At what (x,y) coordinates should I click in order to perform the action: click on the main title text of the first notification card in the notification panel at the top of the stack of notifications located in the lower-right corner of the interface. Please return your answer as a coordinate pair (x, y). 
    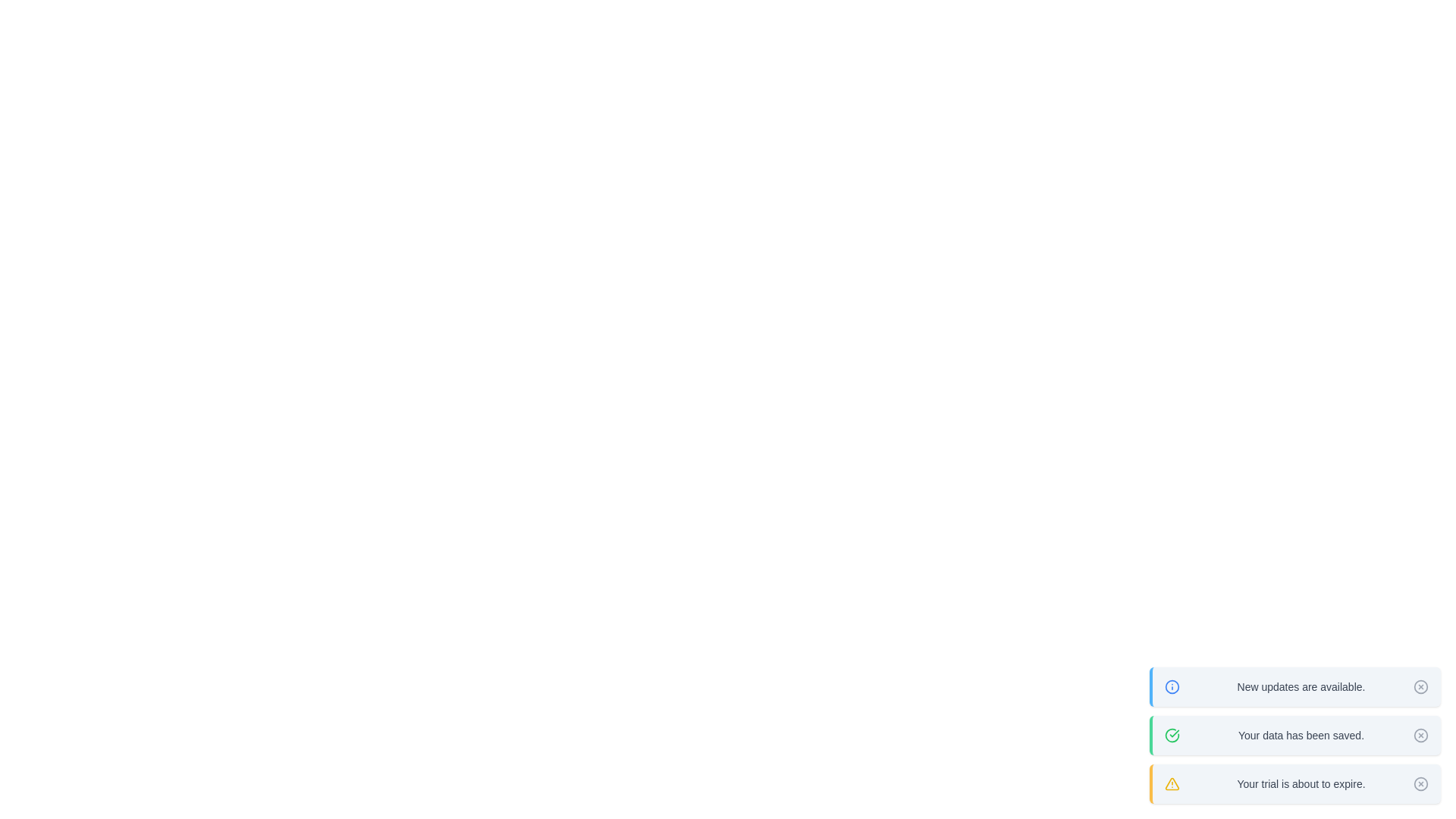
    Looking at the image, I should click on (1301, 687).